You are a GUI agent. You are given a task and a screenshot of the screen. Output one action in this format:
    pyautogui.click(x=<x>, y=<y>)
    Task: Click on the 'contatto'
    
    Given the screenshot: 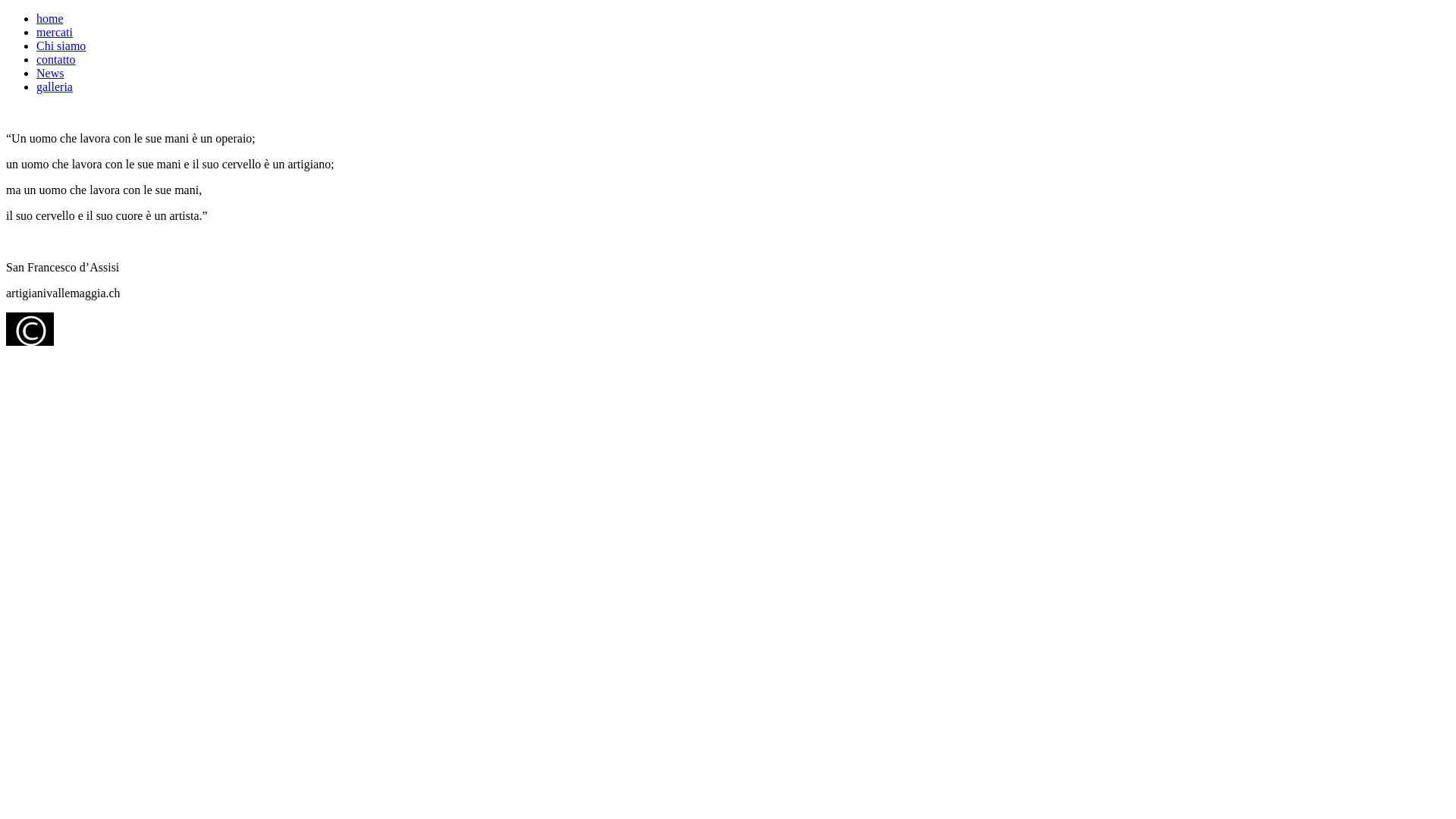 What is the action you would take?
    pyautogui.click(x=36, y=58)
    